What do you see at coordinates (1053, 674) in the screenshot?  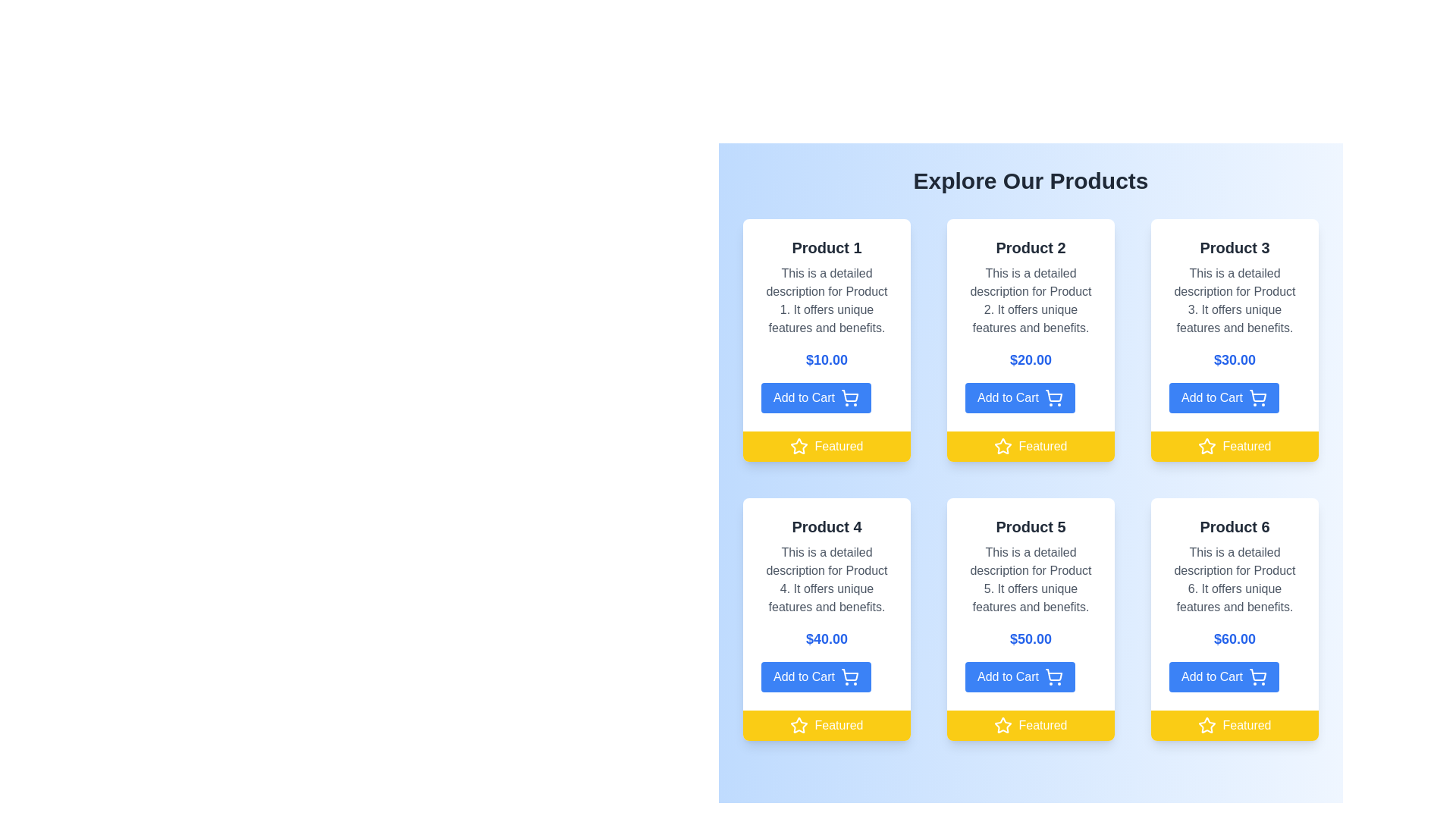 I see `the icon located on the right side of the 'Add to Cart' button within the fifth product card` at bounding box center [1053, 674].